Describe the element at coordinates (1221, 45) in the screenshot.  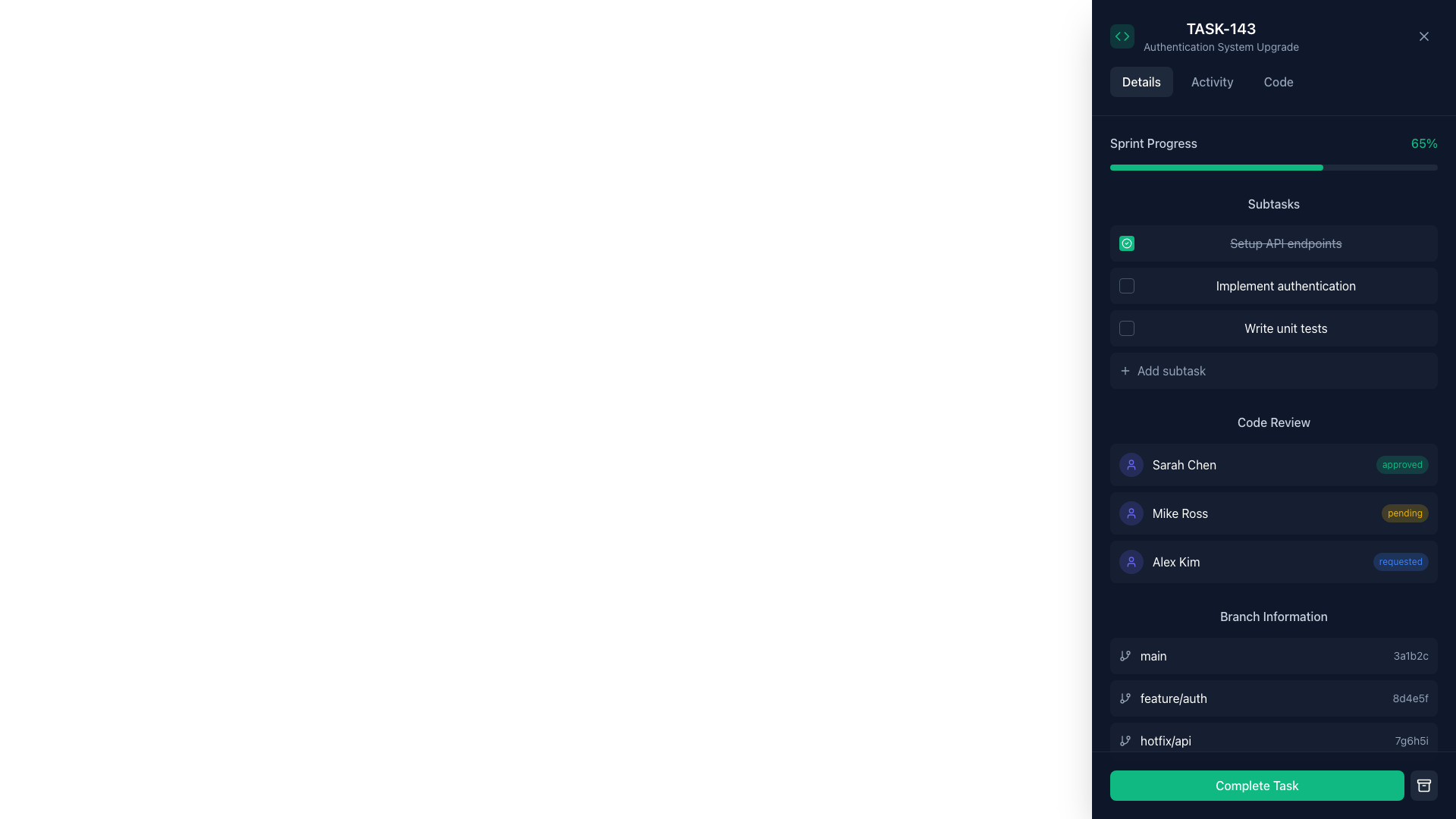
I see `the text label that serves as a subtitle for 'TASK-143', which is located just beneath the title in the interface` at that location.